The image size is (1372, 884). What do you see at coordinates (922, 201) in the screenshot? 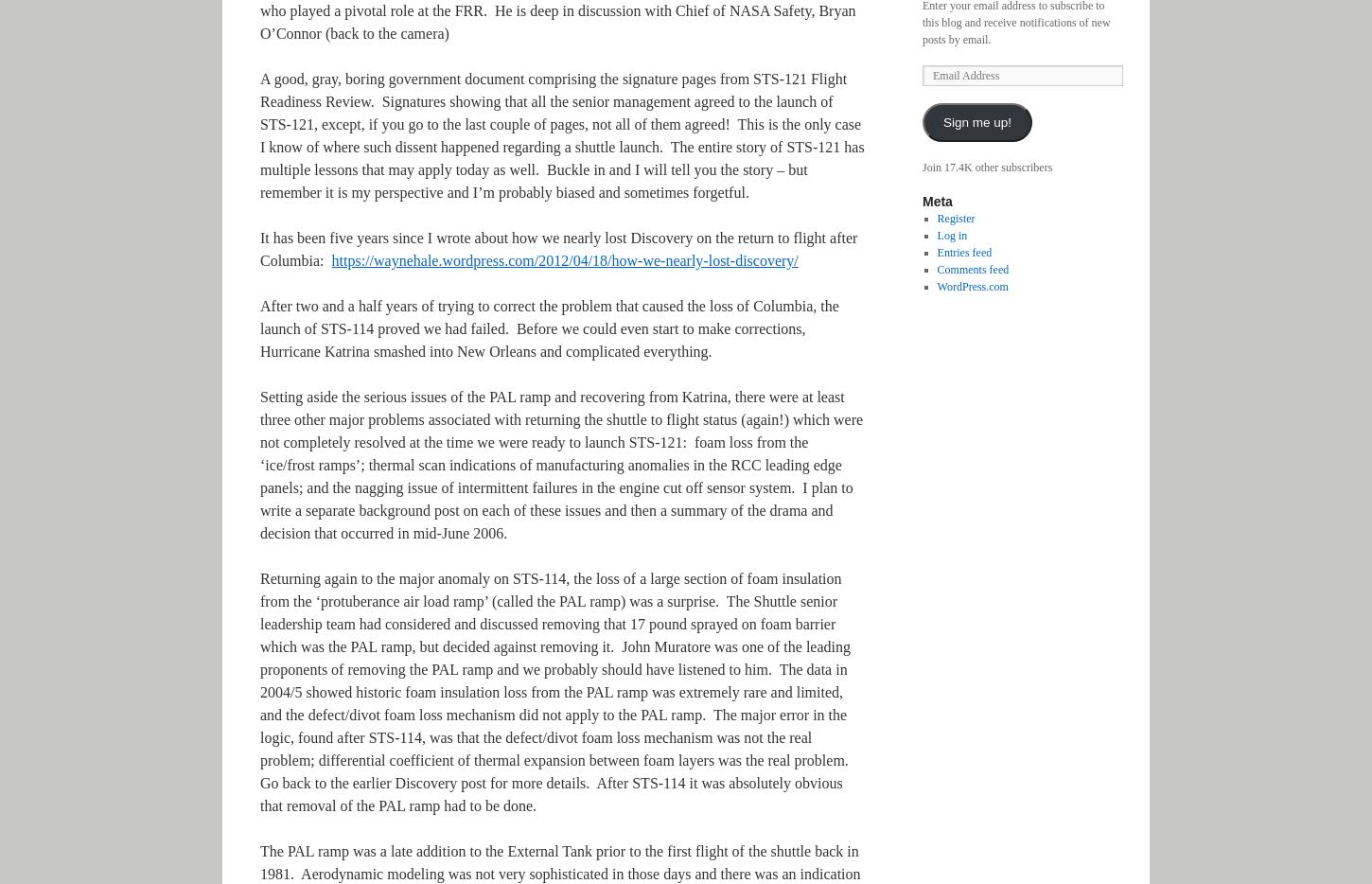
I see `'Meta'` at bounding box center [922, 201].